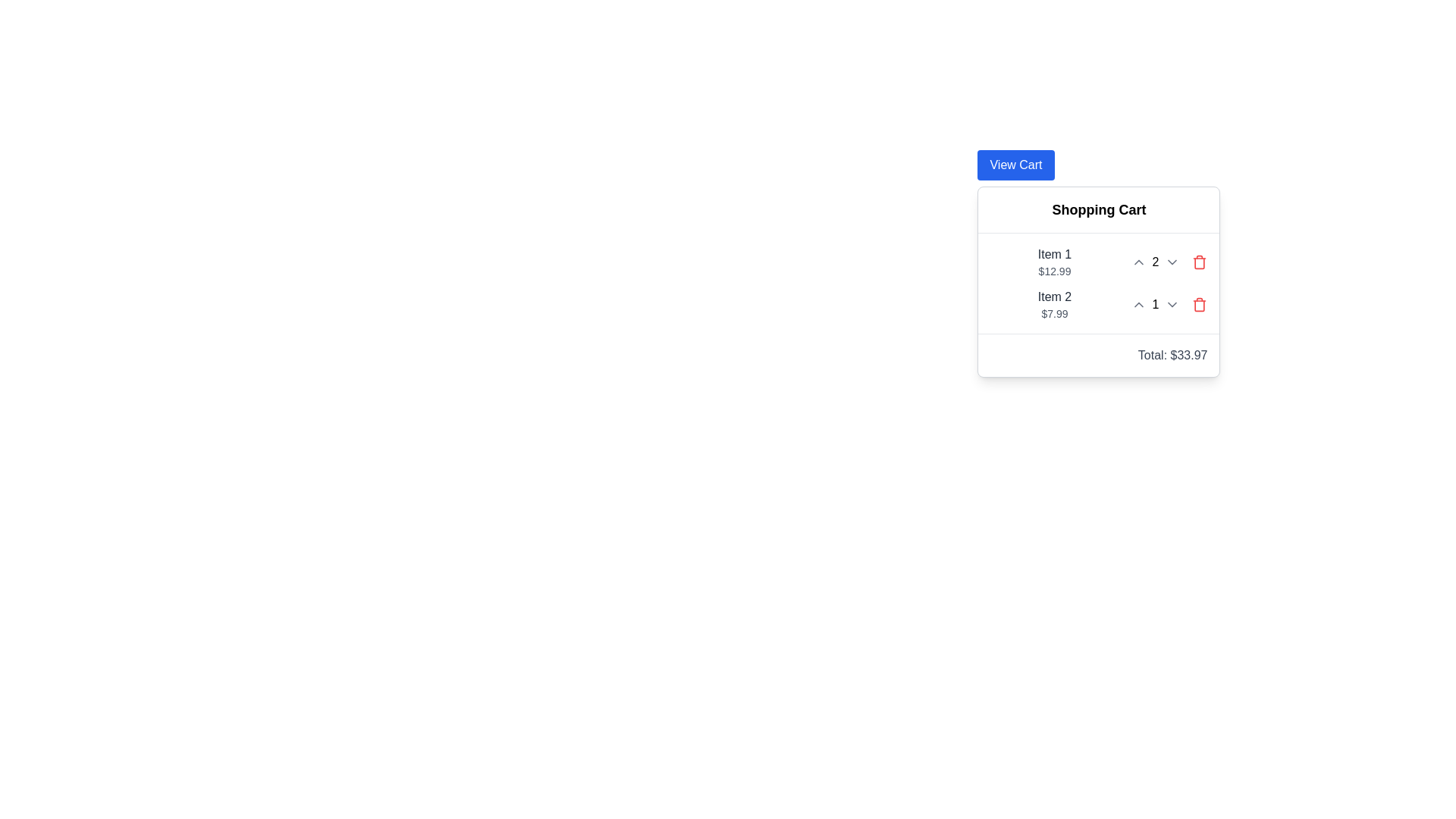 Image resolution: width=1456 pixels, height=819 pixels. Describe the element at coordinates (1054, 271) in the screenshot. I see `the text label displaying the price '$12.99' located under 'Item 1' in the shopping cart interface` at that location.